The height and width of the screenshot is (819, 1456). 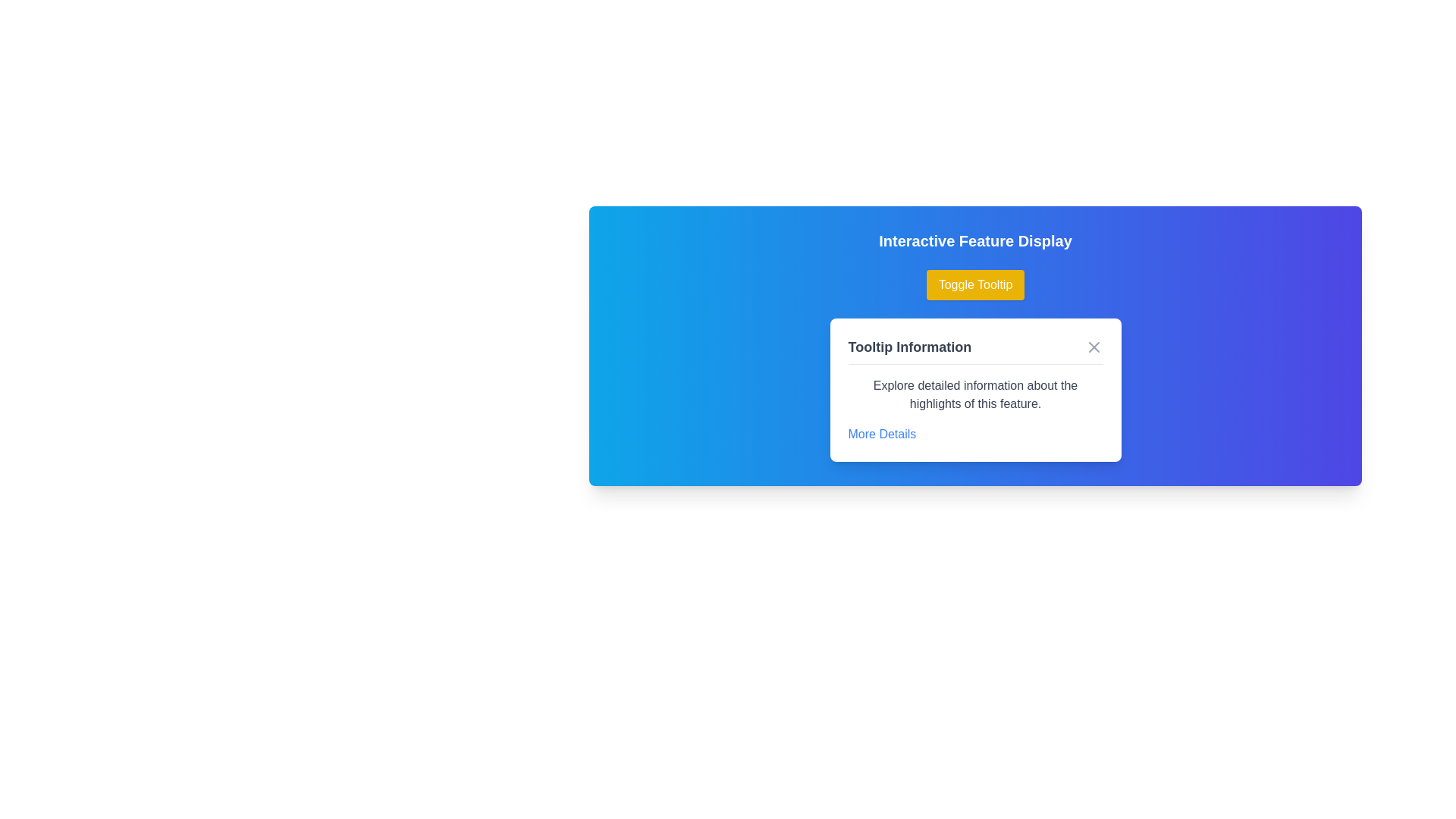 I want to click on the close button represented by an 'X' icon in the upper-right corner of the tooltip box, so click(x=1094, y=347).